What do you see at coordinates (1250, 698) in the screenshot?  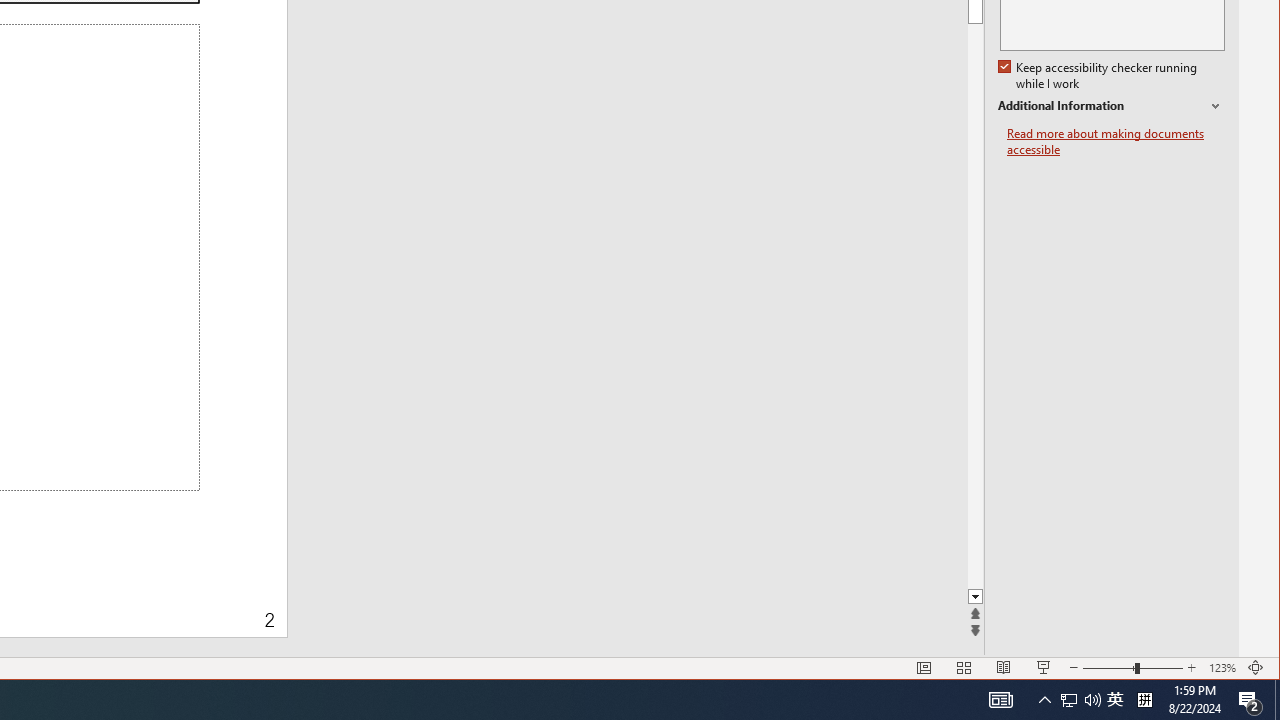 I see `'Action Center, 2 new notifications'` at bounding box center [1250, 698].